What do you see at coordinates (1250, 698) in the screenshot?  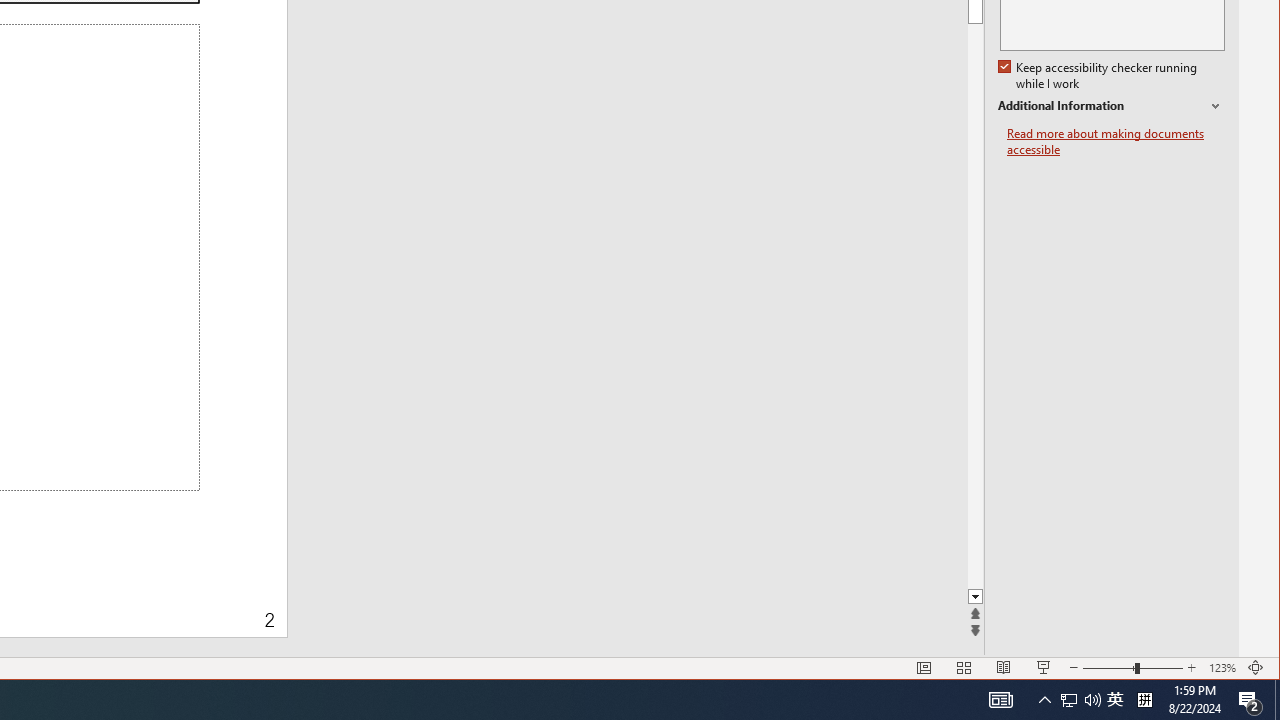 I see `'Action Center, 2 new notifications'` at bounding box center [1250, 698].